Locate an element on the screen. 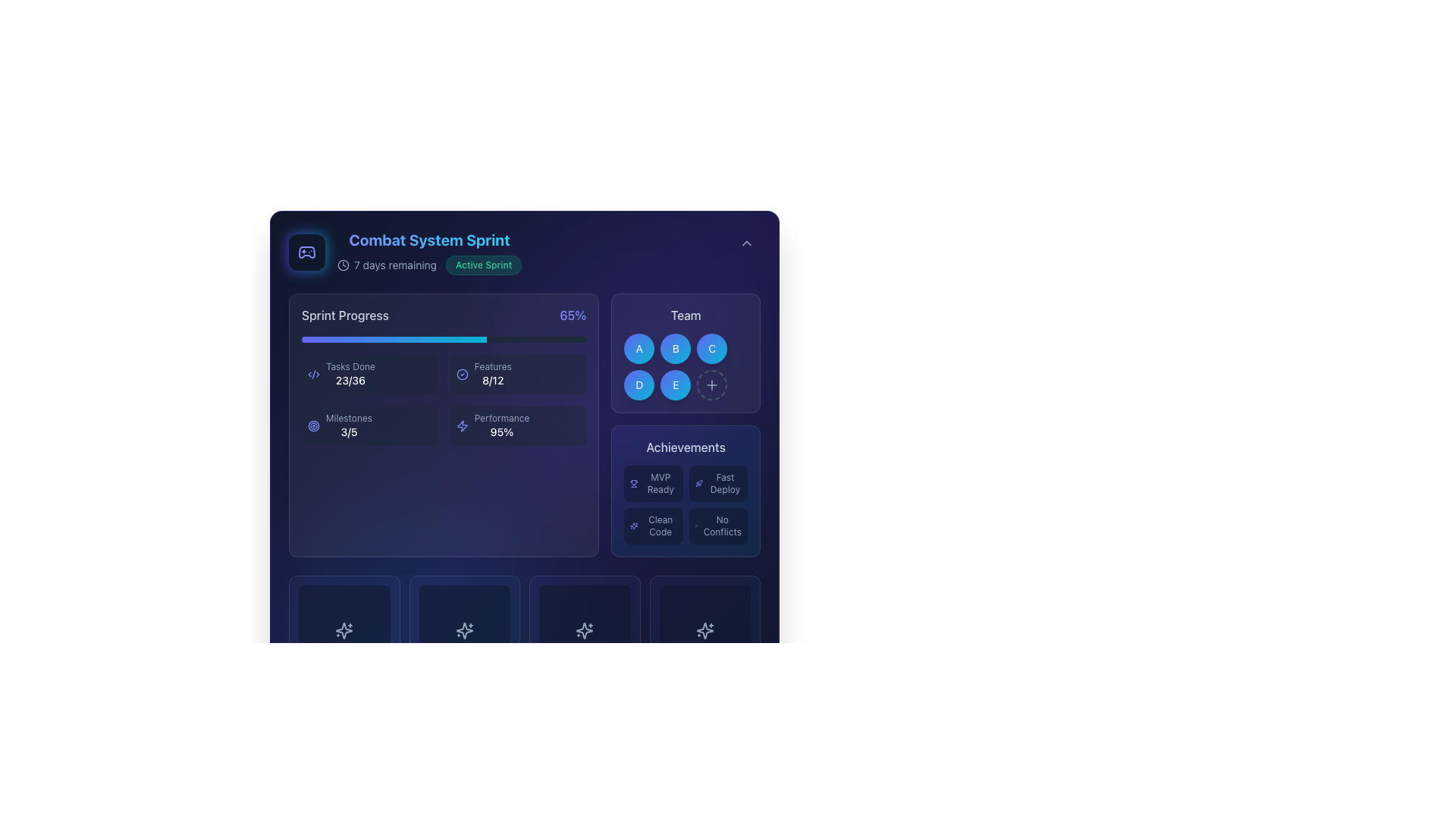 The width and height of the screenshot is (1456, 819). the gamepad SVG graphic element, which is part of the 'Combat System Sprint' header. This element is characterized by its minimalistic design and modern style, featuring a sleek, solid body with a color scheme that matches the text-indigo-400 hover effect is located at coordinates (306, 251).